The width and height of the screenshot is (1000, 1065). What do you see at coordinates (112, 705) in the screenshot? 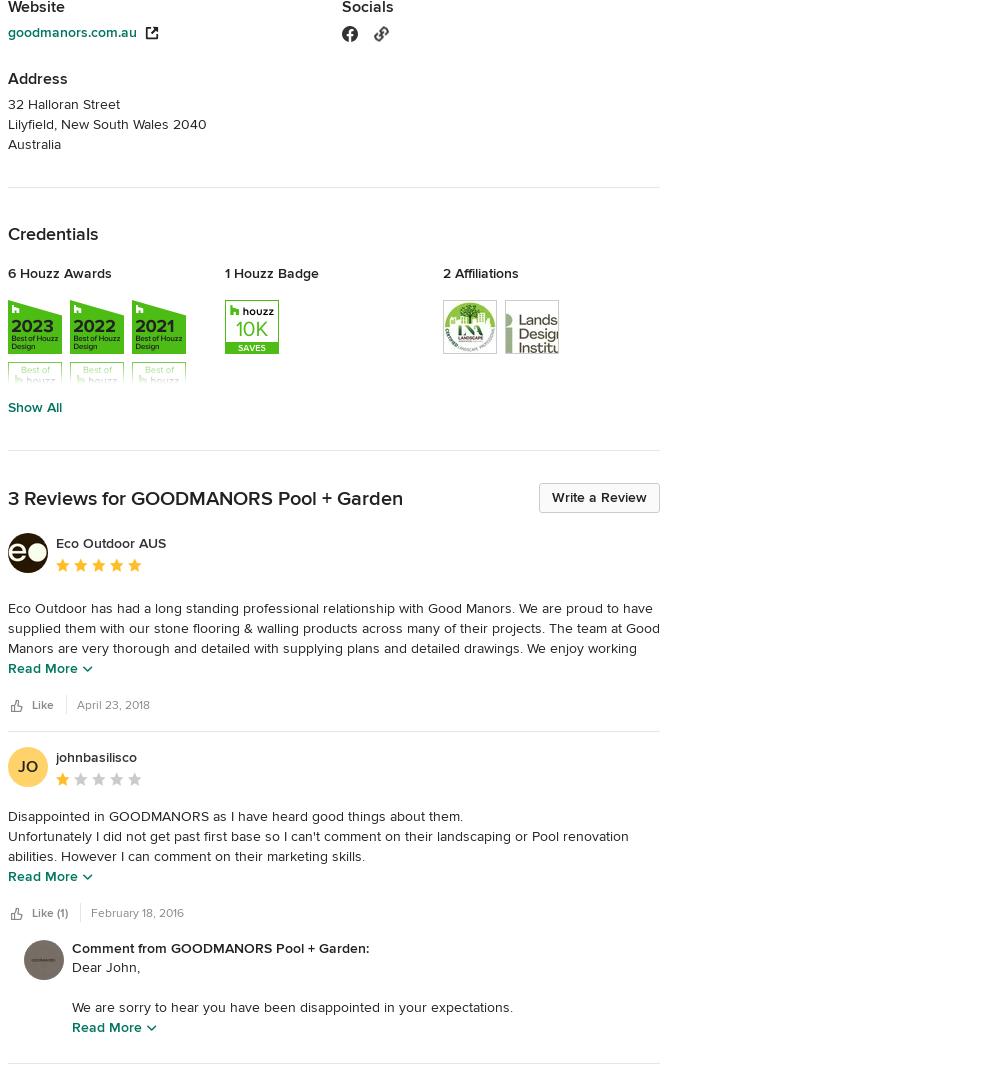
I see `'April 23, 2018'` at bounding box center [112, 705].